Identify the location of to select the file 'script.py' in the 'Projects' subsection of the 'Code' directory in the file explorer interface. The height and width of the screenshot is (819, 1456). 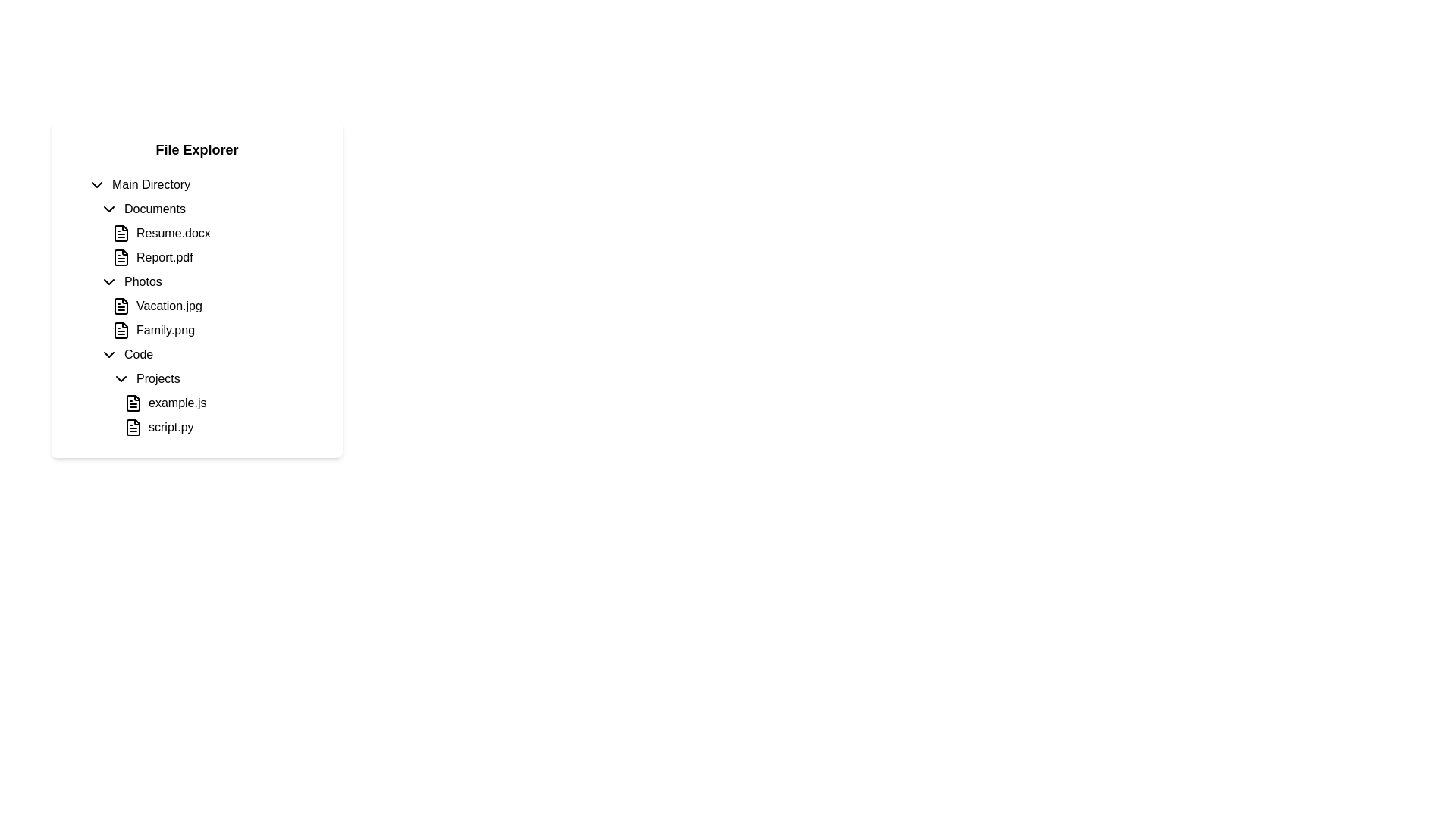
(221, 427).